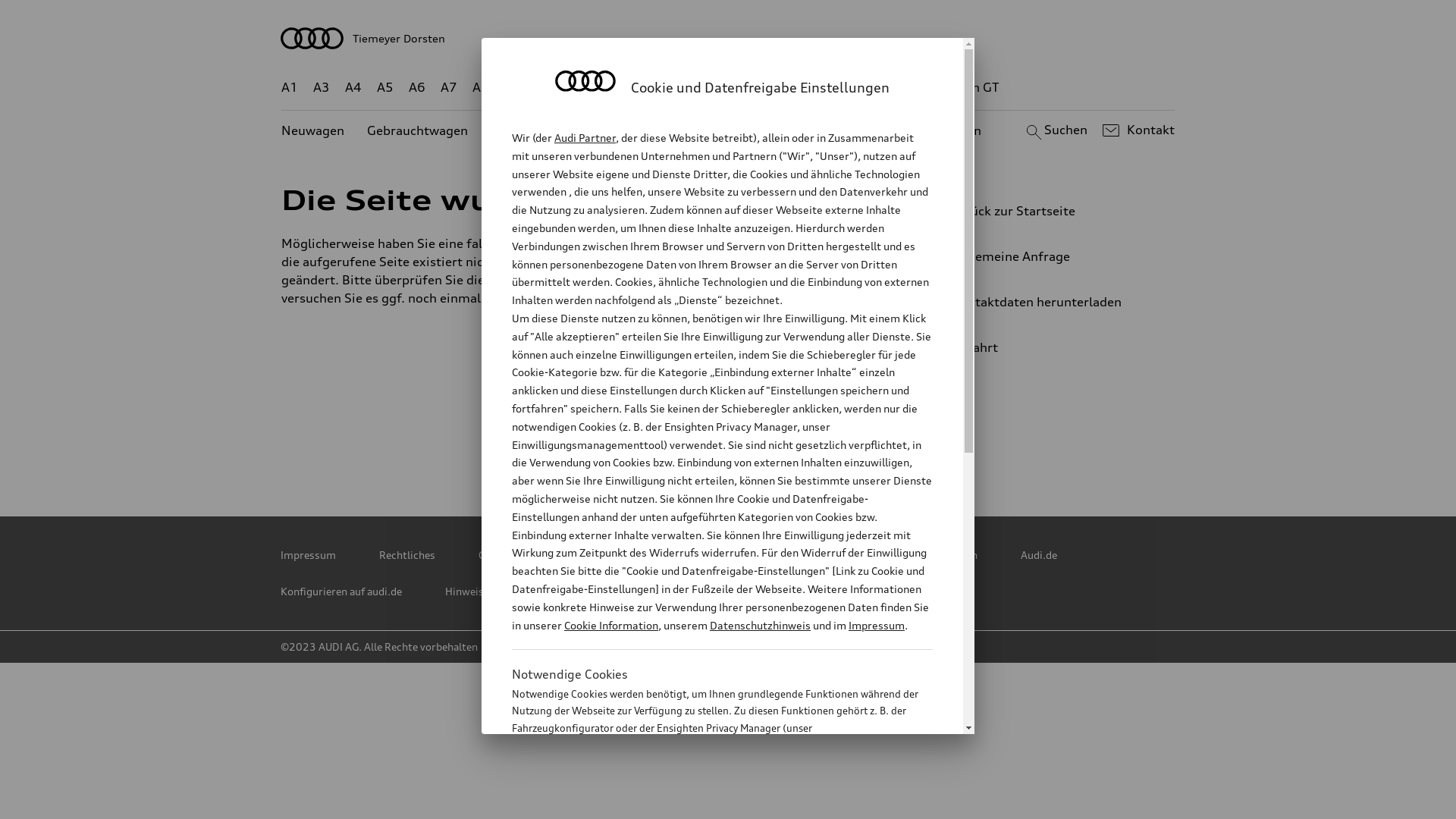 This screenshot has height=819, width=1456. Describe the element at coordinates (307, 555) in the screenshot. I see `'Impressum'` at that location.